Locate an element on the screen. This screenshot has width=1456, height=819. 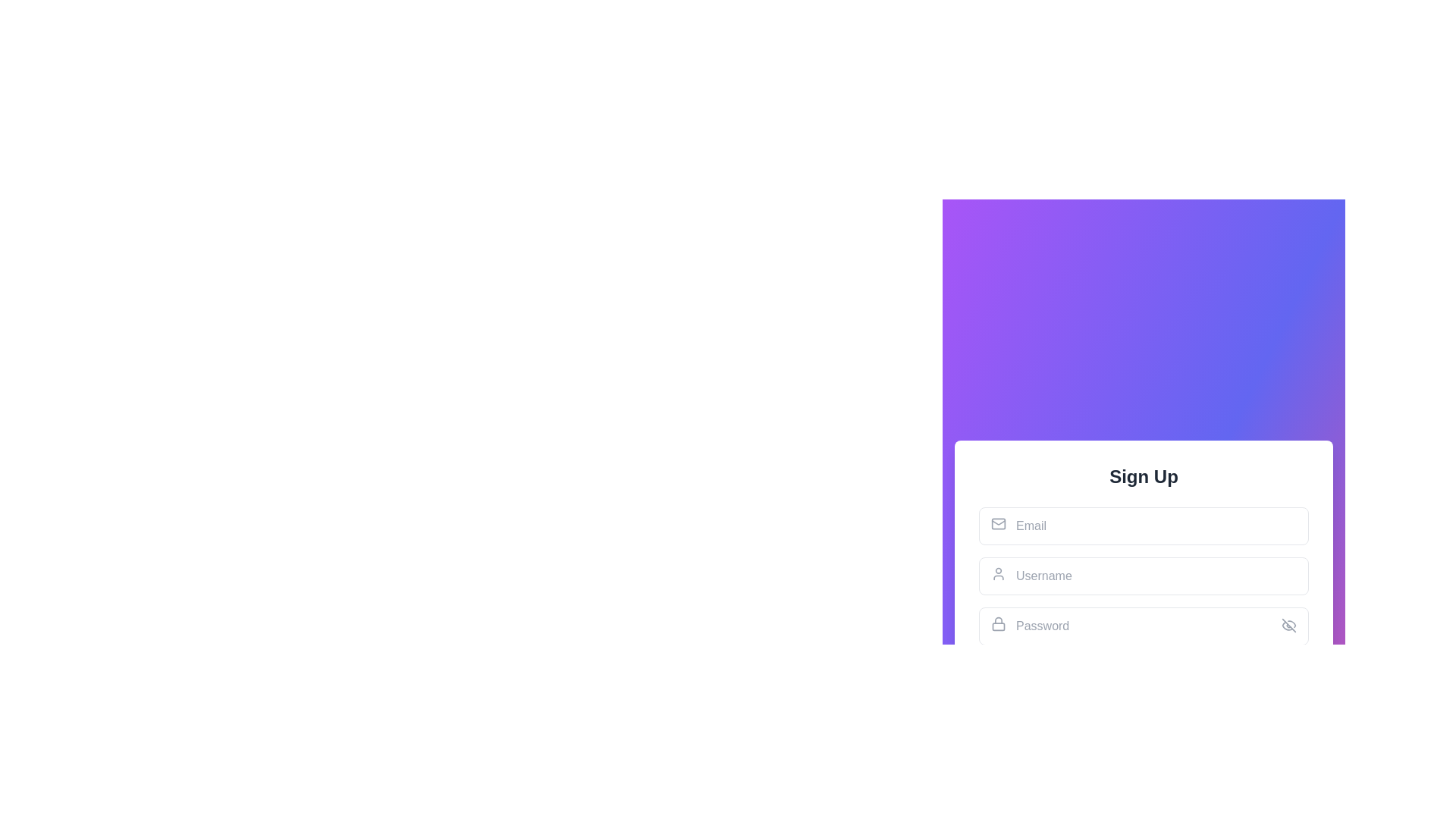
the email indicator icon, which is an envelope-style graphic located at the beginning of the email input field row is located at coordinates (998, 522).